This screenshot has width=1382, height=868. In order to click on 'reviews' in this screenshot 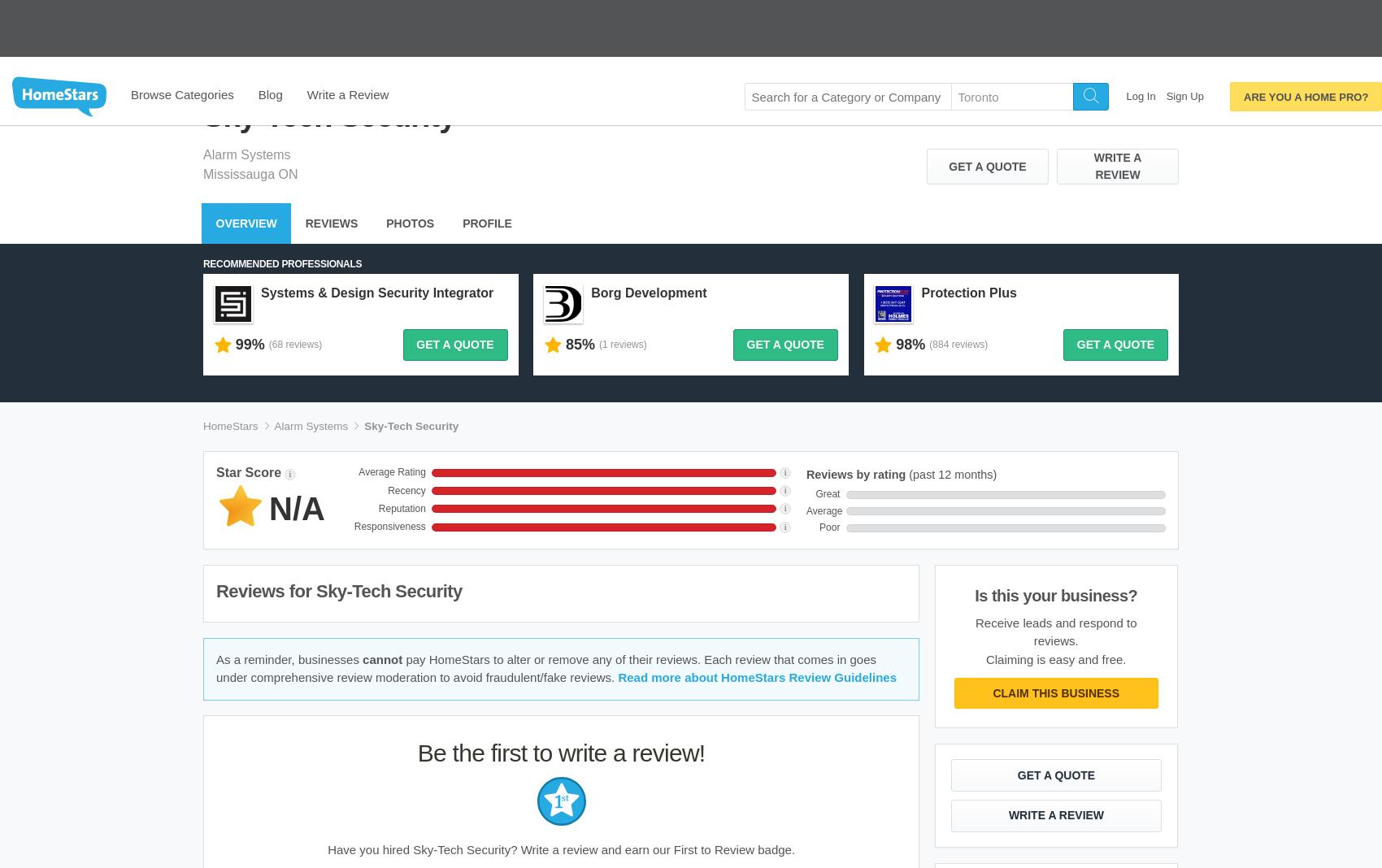, I will do `click(304, 154)`.